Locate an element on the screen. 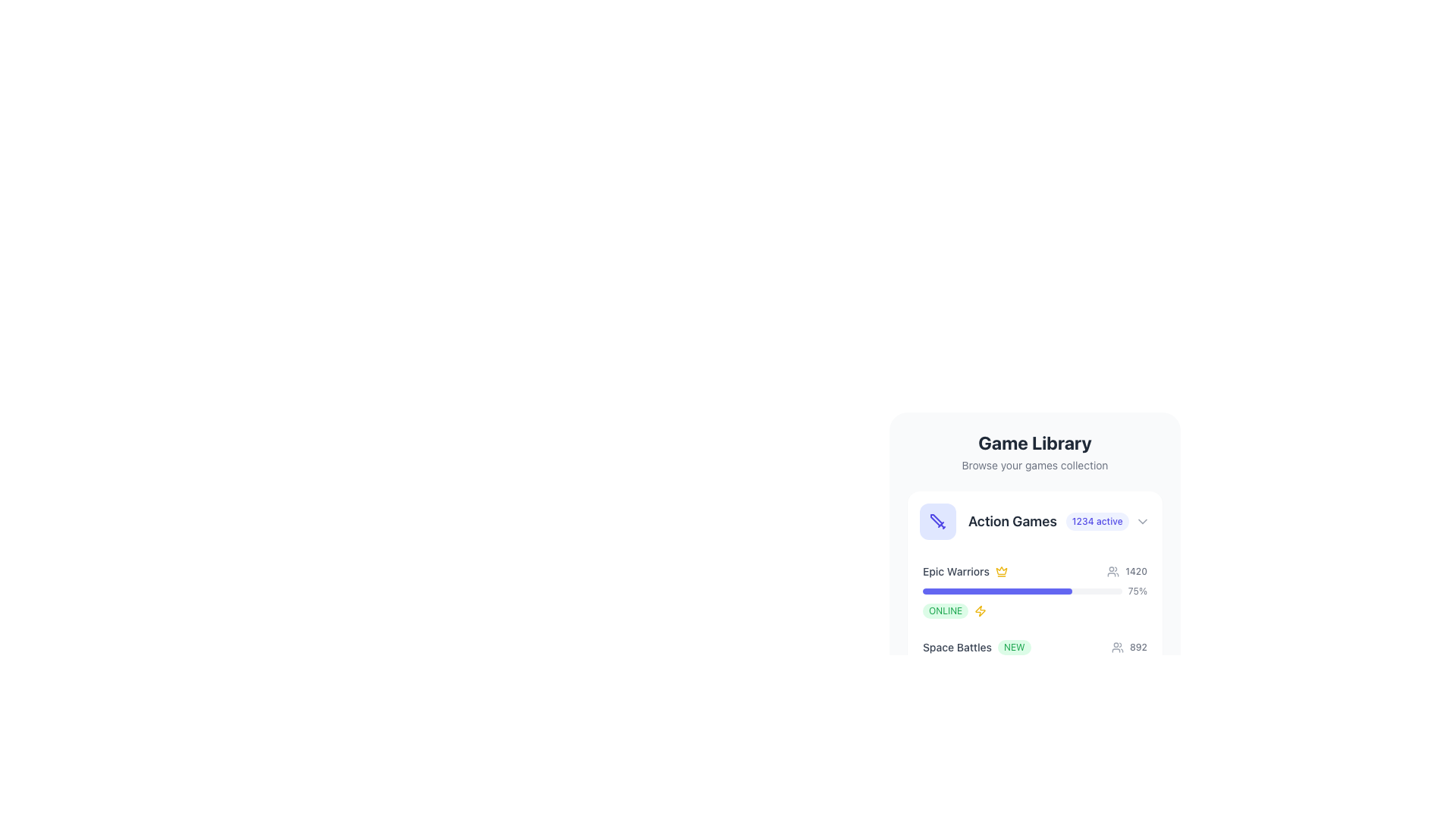 This screenshot has width=1456, height=819. the main heading or title for the section related to the user's game library, which is positioned near the top center of the grouped interface panel is located at coordinates (1034, 442).